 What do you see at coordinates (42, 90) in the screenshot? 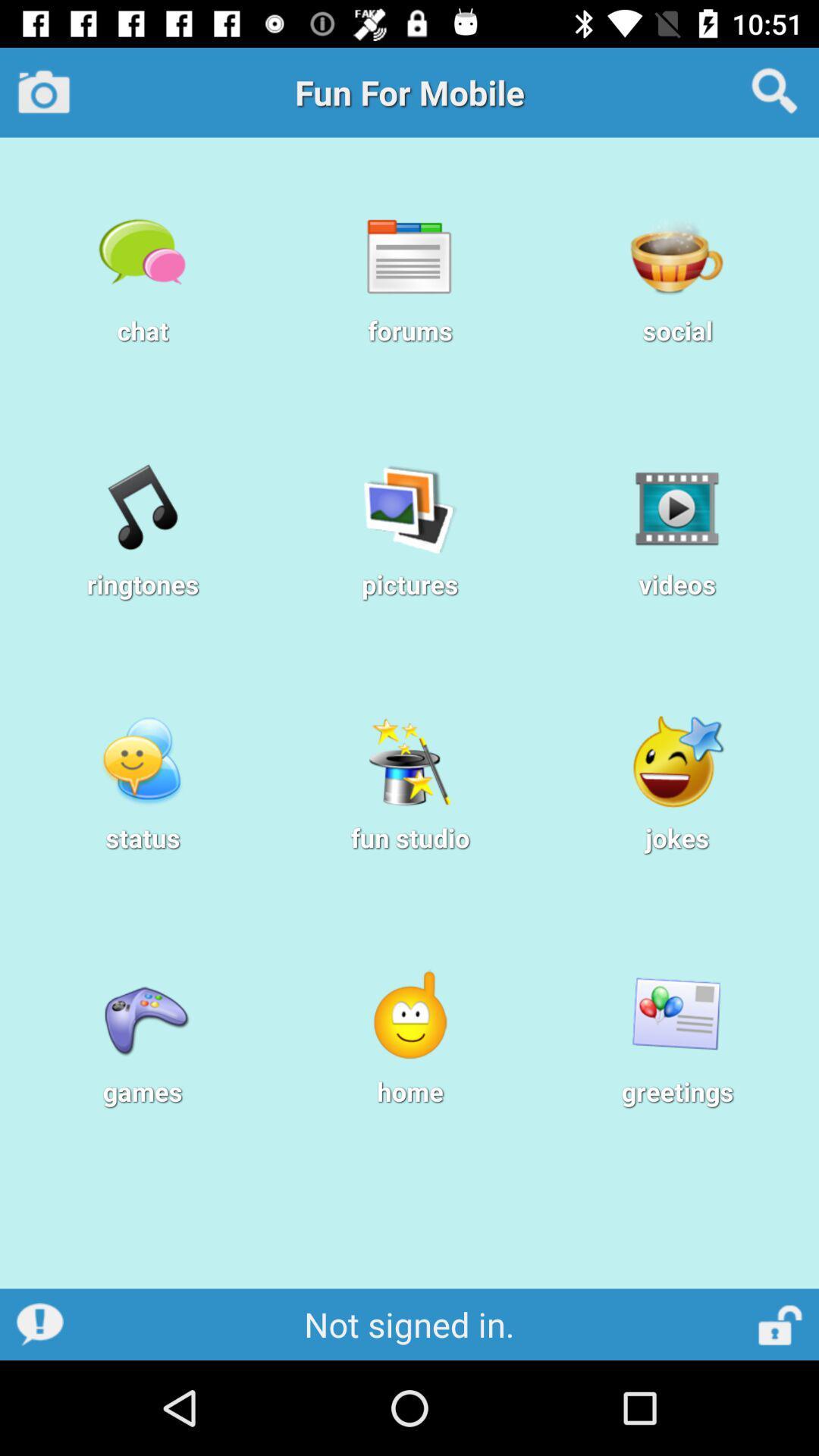
I see `the camera icon` at bounding box center [42, 90].